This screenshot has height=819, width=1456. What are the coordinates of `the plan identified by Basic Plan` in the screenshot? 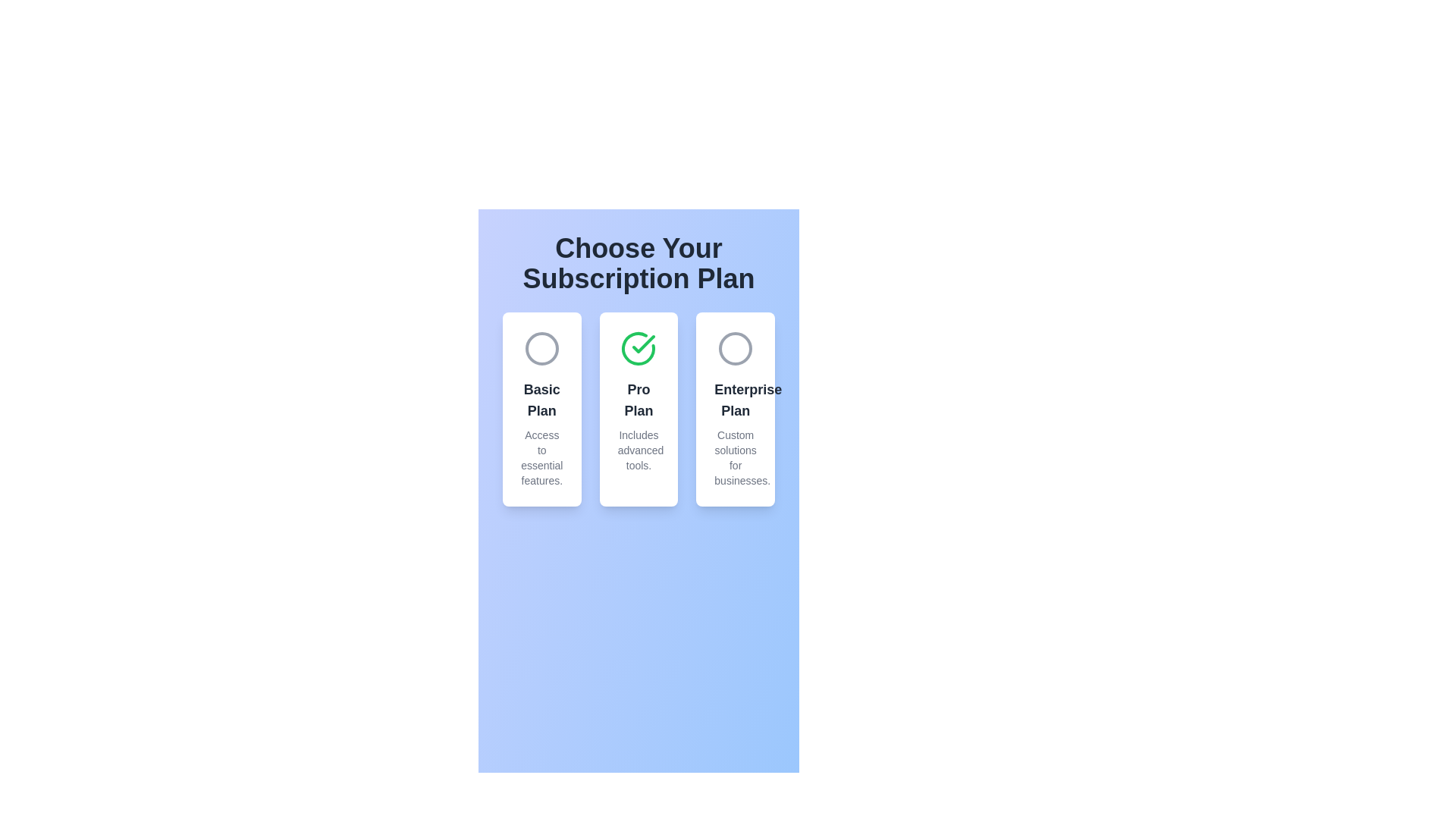 It's located at (541, 348).